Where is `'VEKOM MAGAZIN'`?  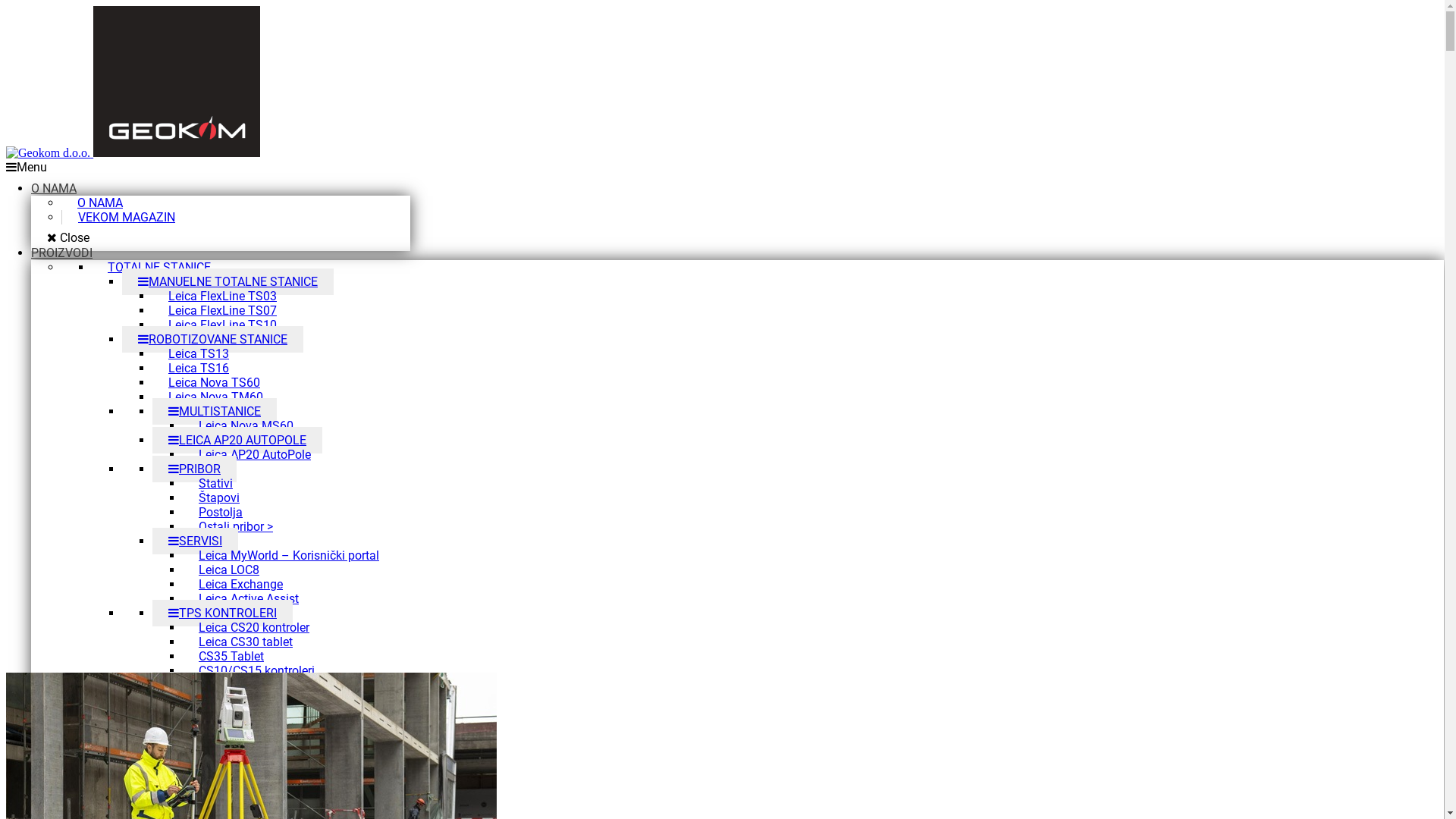
'VEKOM MAGAZIN' is located at coordinates (61, 217).